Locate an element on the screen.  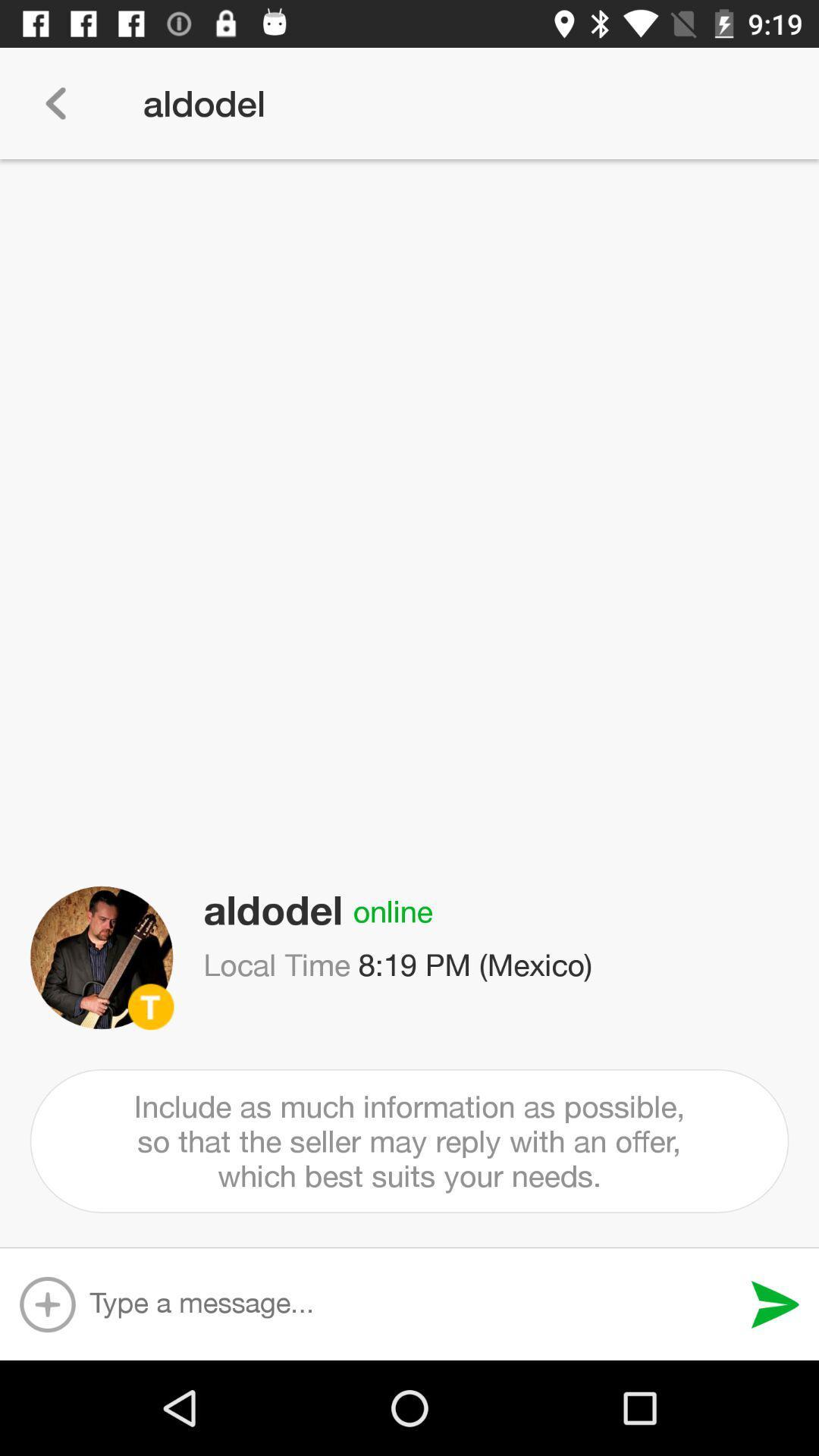
type a message is located at coordinates (413, 1304).